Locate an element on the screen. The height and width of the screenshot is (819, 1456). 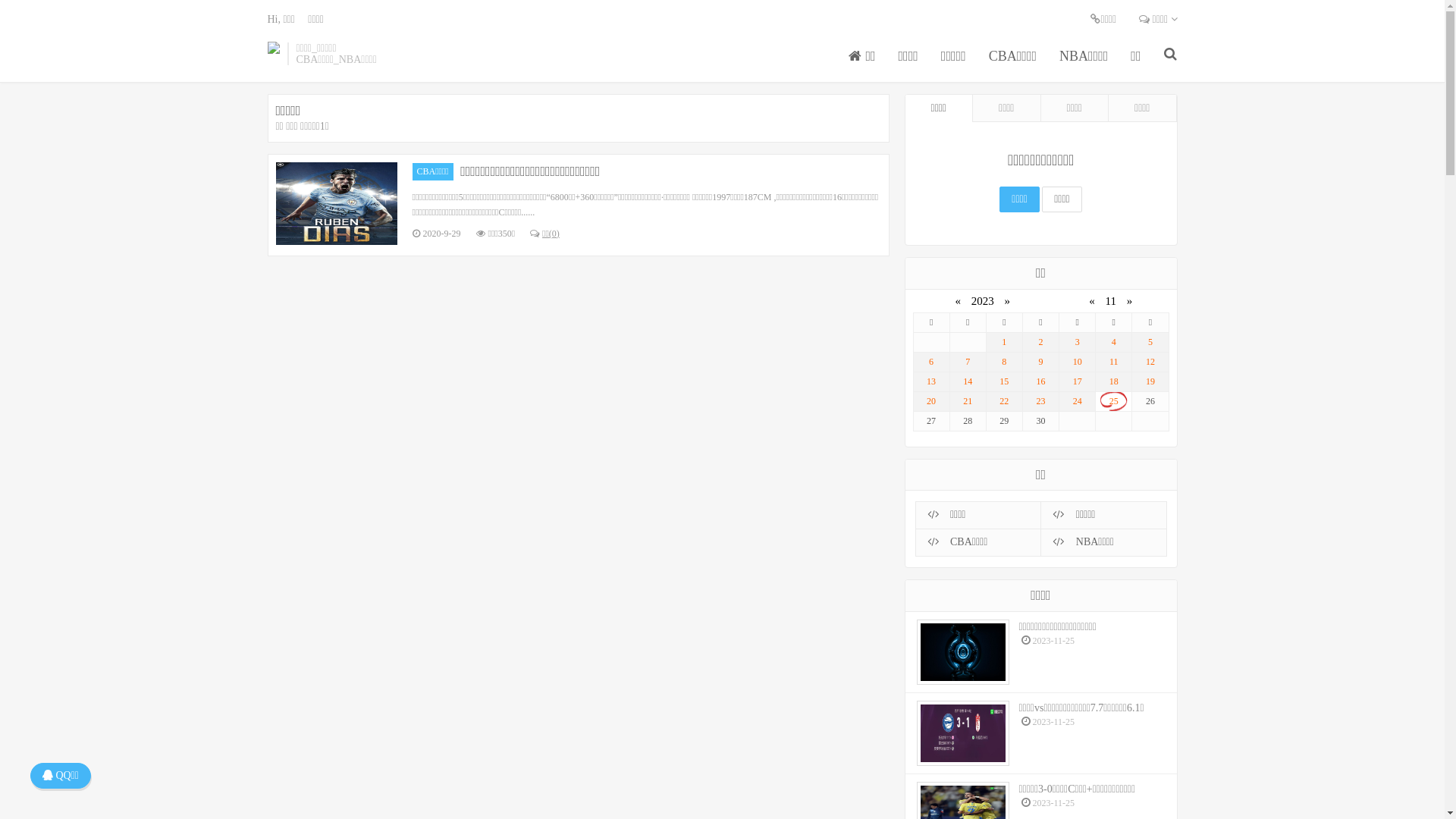
'23' is located at coordinates (1040, 400).